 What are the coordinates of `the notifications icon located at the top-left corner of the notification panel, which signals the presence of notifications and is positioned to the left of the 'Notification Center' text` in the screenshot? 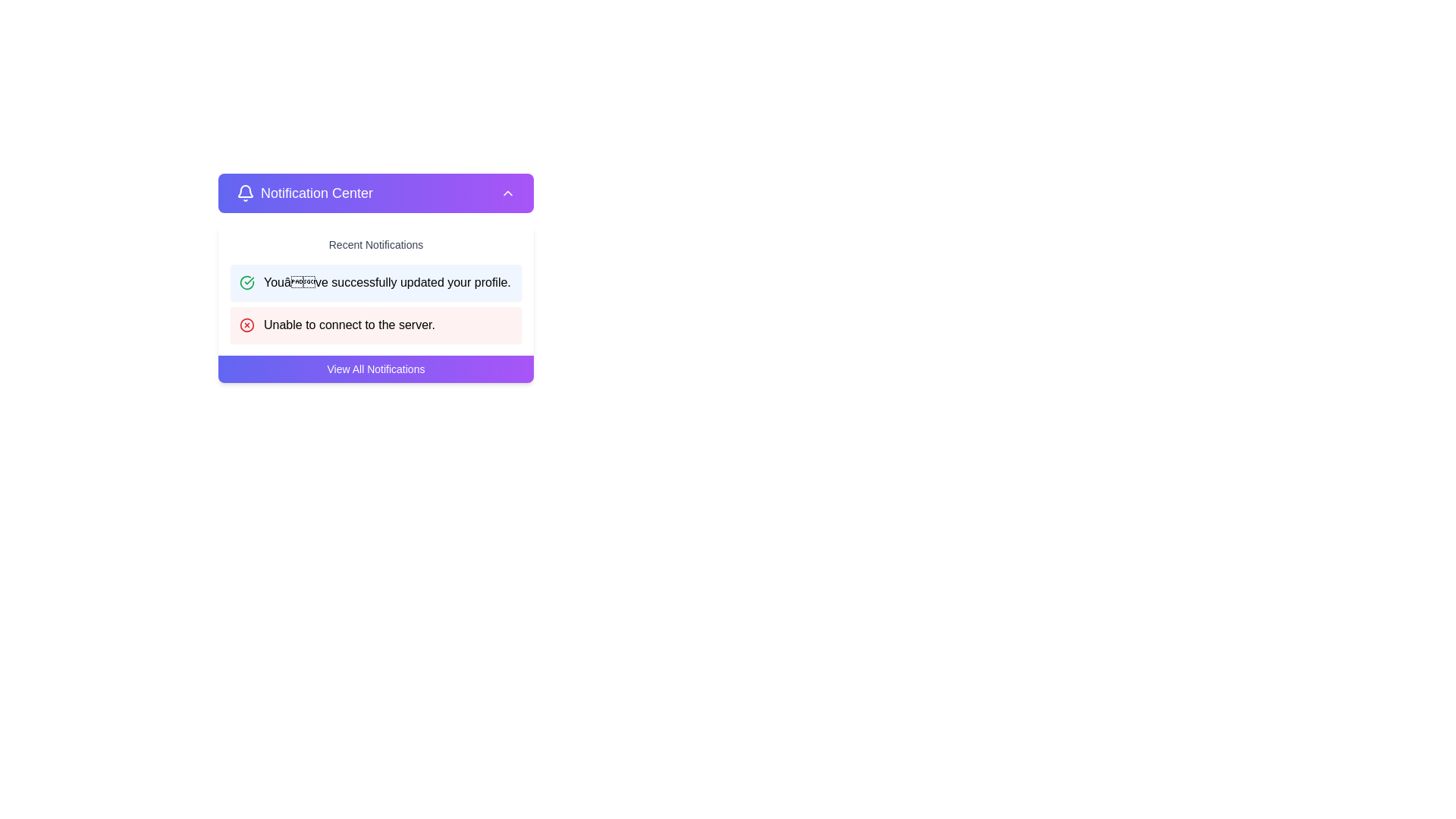 It's located at (246, 192).